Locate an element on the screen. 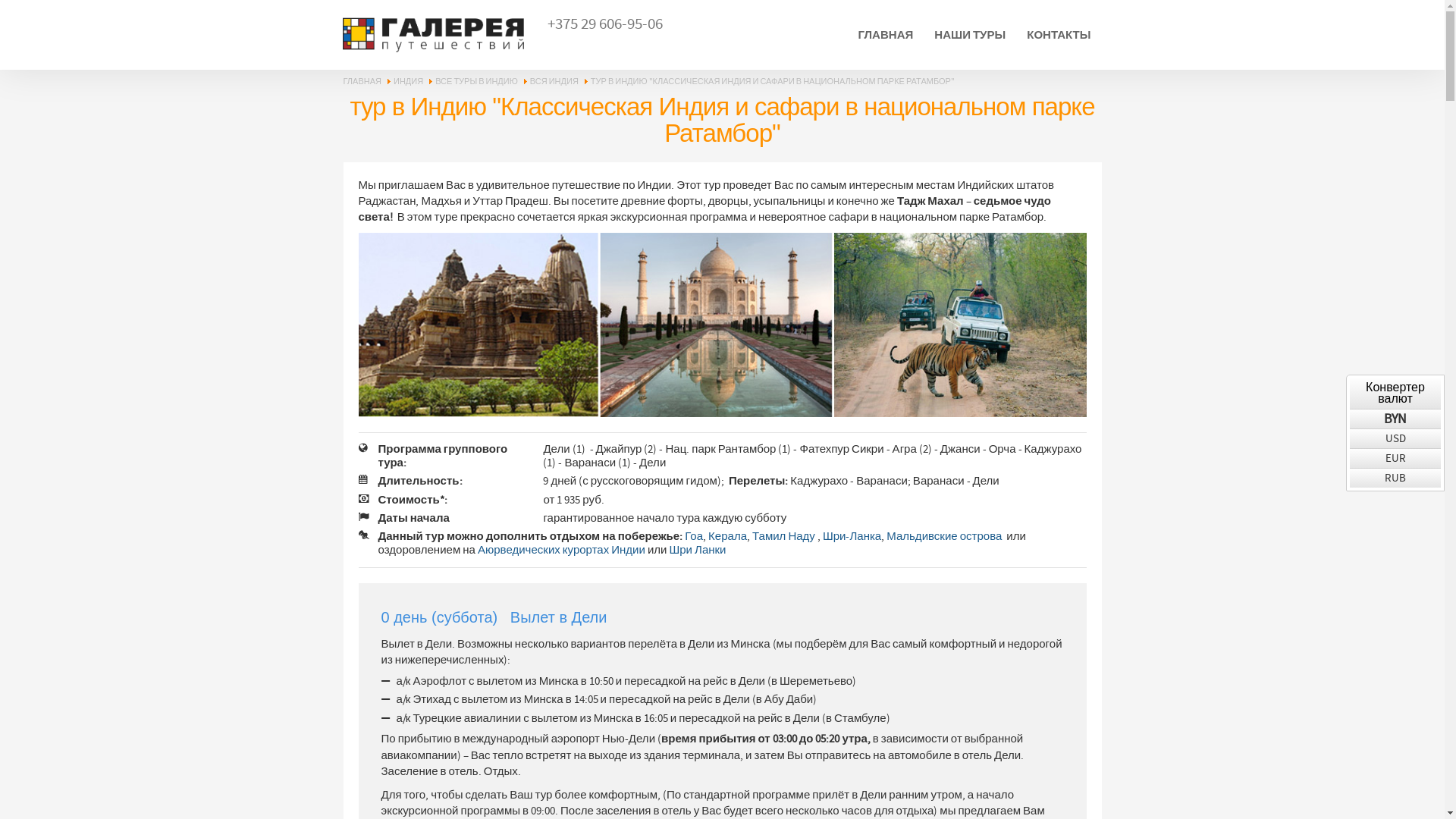  'USD' is located at coordinates (1395, 438).